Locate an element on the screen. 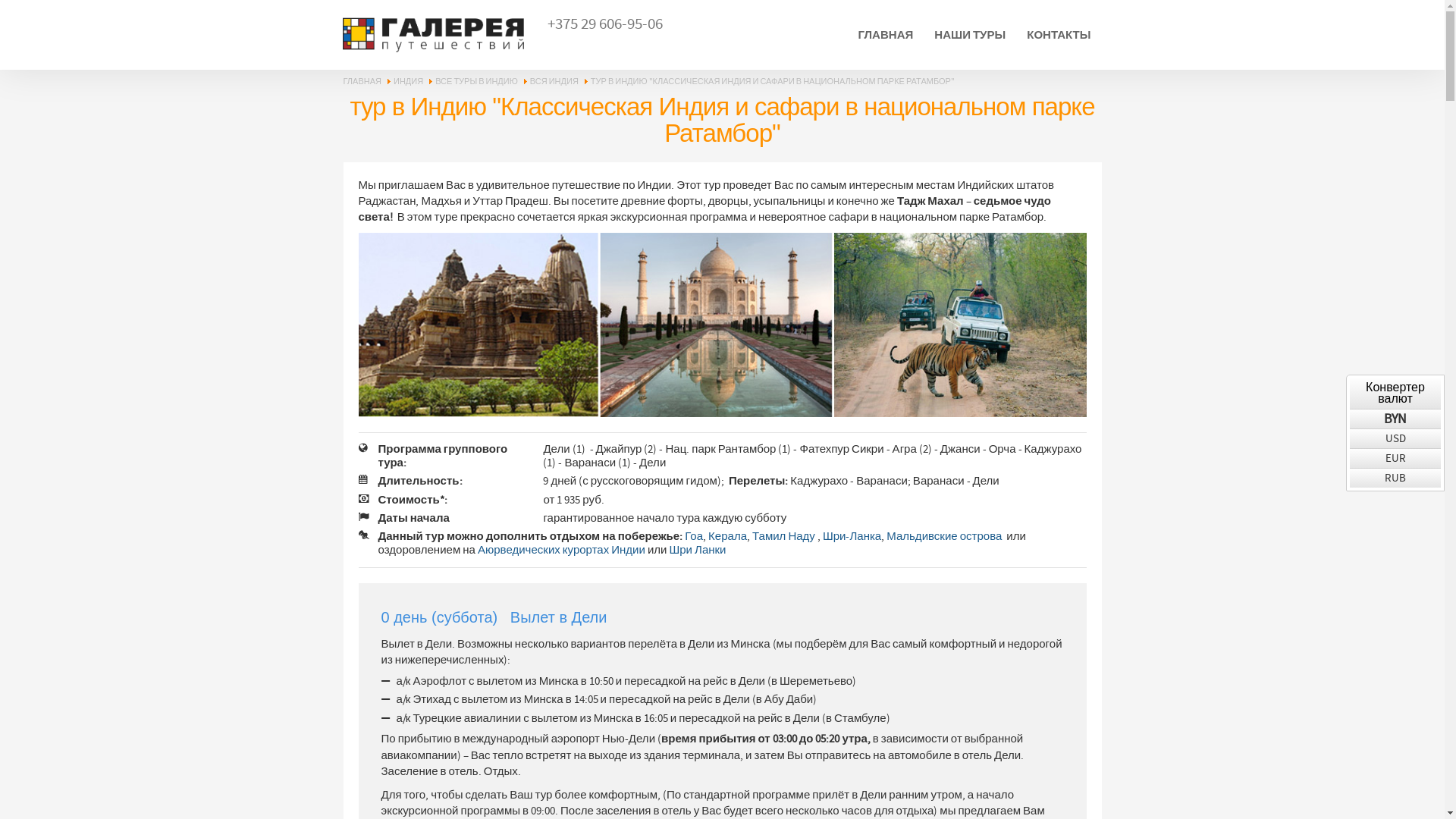  'USD' is located at coordinates (1395, 438).